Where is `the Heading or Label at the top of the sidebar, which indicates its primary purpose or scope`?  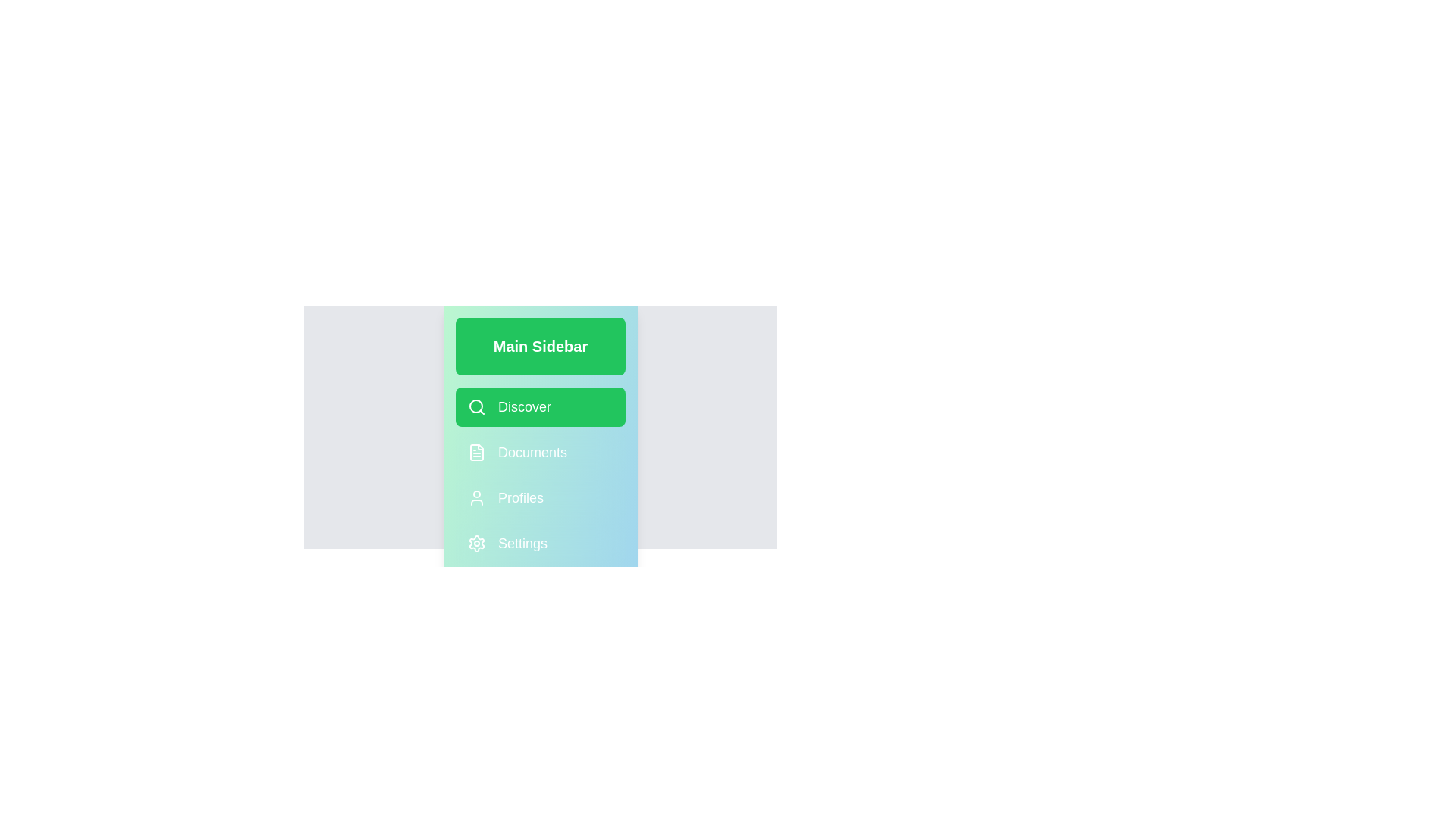 the Heading or Label at the top of the sidebar, which indicates its primary purpose or scope is located at coordinates (541, 346).